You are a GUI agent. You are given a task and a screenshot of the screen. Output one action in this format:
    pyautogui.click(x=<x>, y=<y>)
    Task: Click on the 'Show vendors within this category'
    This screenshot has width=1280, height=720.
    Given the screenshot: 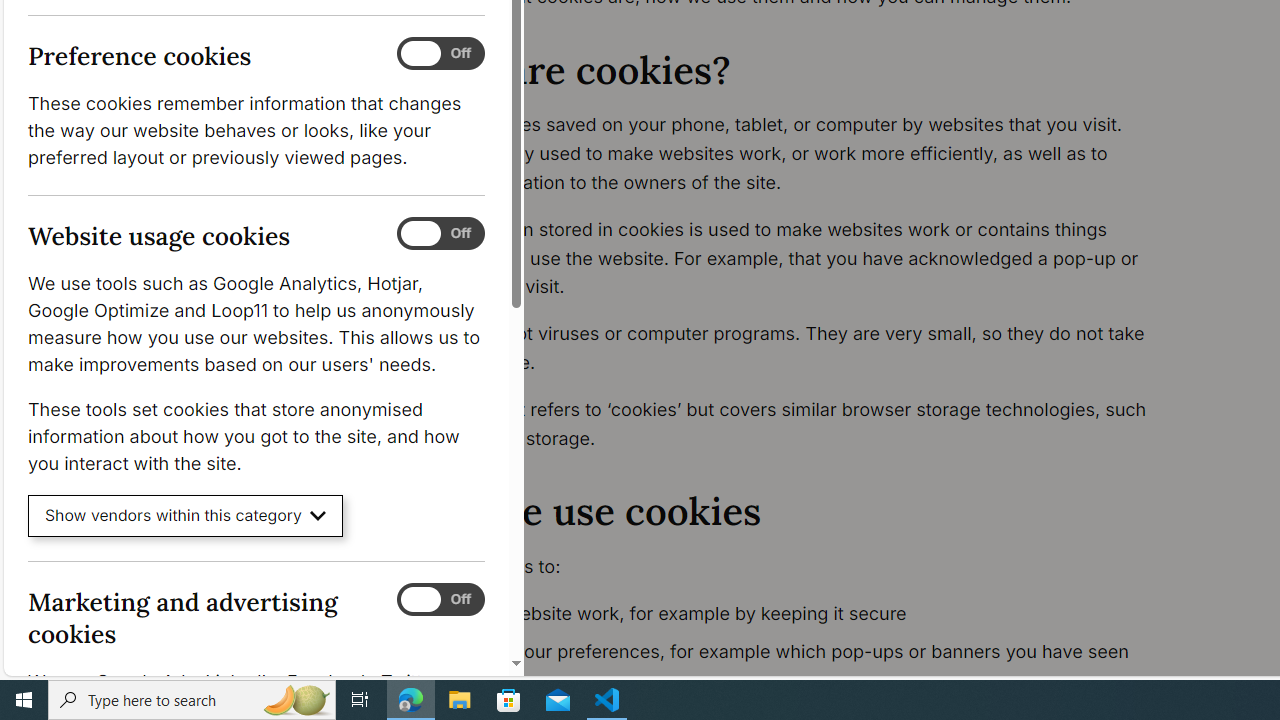 What is the action you would take?
    pyautogui.click(x=185, y=515)
    